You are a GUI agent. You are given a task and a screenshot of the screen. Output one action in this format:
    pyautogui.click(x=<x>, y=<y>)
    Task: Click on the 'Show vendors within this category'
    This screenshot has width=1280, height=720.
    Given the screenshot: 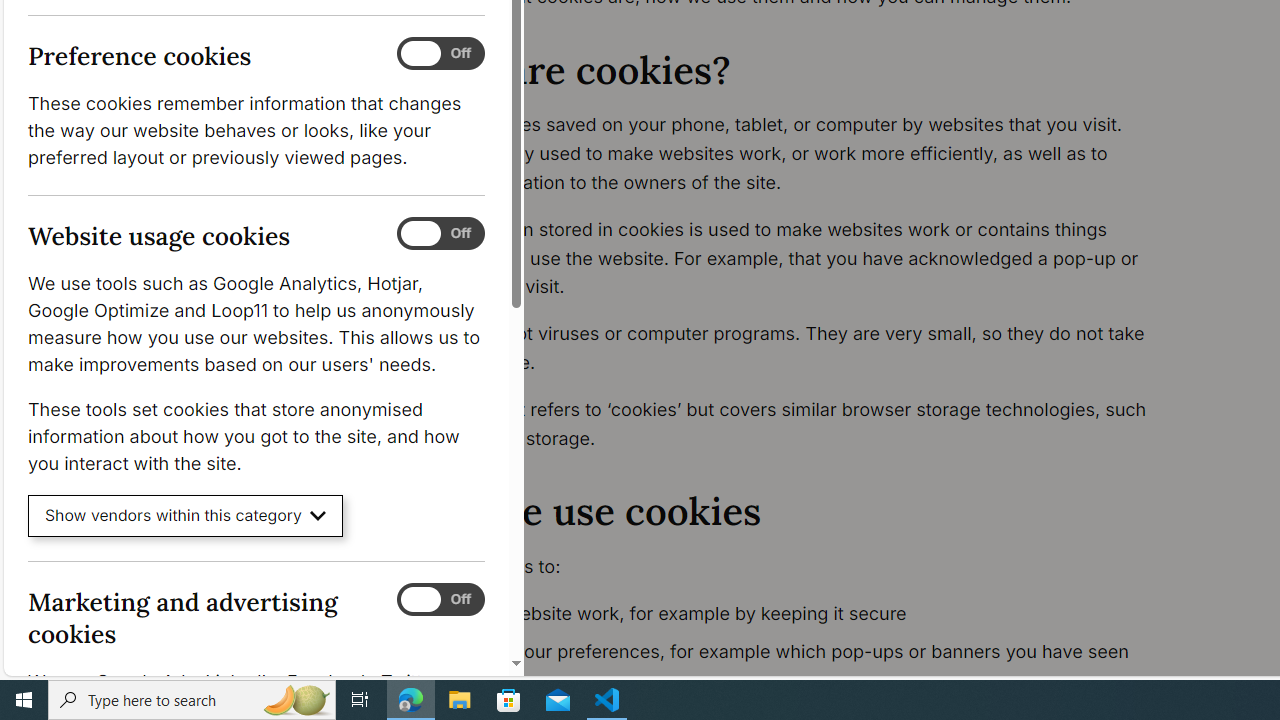 What is the action you would take?
    pyautogui.click(x=185, y=515)
    